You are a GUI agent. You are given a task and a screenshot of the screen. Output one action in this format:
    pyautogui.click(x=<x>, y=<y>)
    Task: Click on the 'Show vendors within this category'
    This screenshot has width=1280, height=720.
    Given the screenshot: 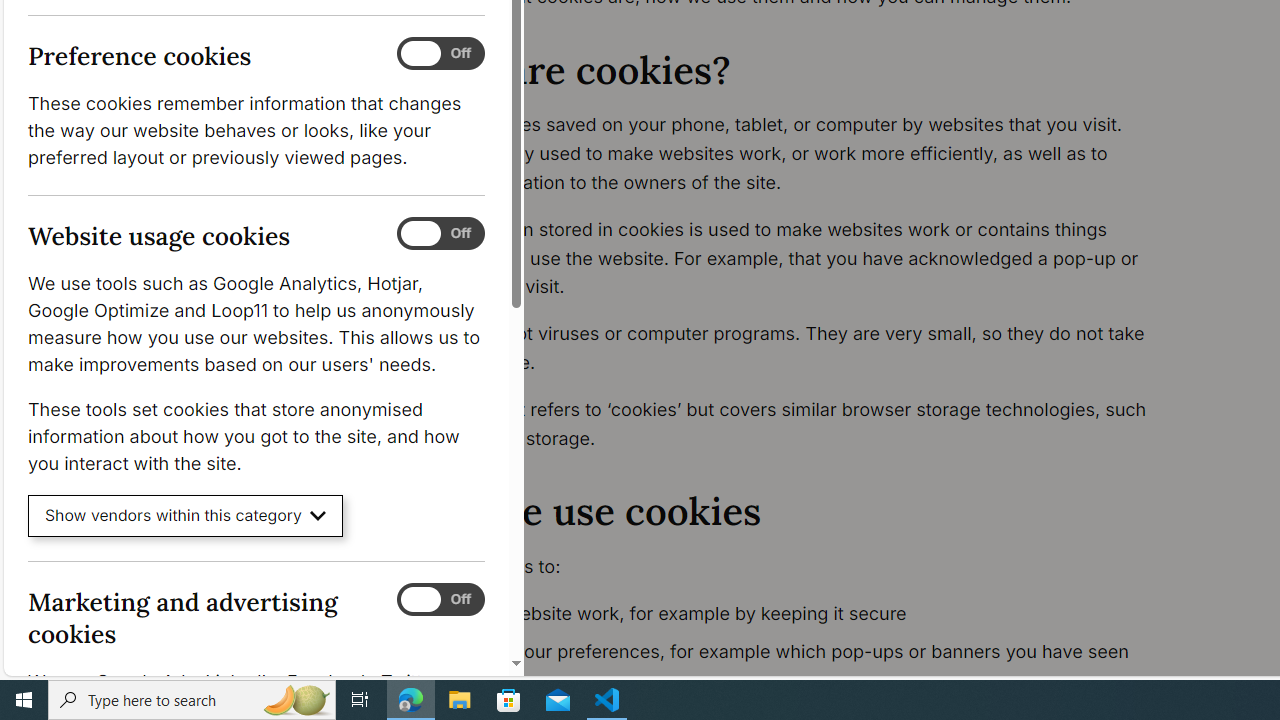 What is the action you would take?
    pyautogui.click(x=185, y=515)
    